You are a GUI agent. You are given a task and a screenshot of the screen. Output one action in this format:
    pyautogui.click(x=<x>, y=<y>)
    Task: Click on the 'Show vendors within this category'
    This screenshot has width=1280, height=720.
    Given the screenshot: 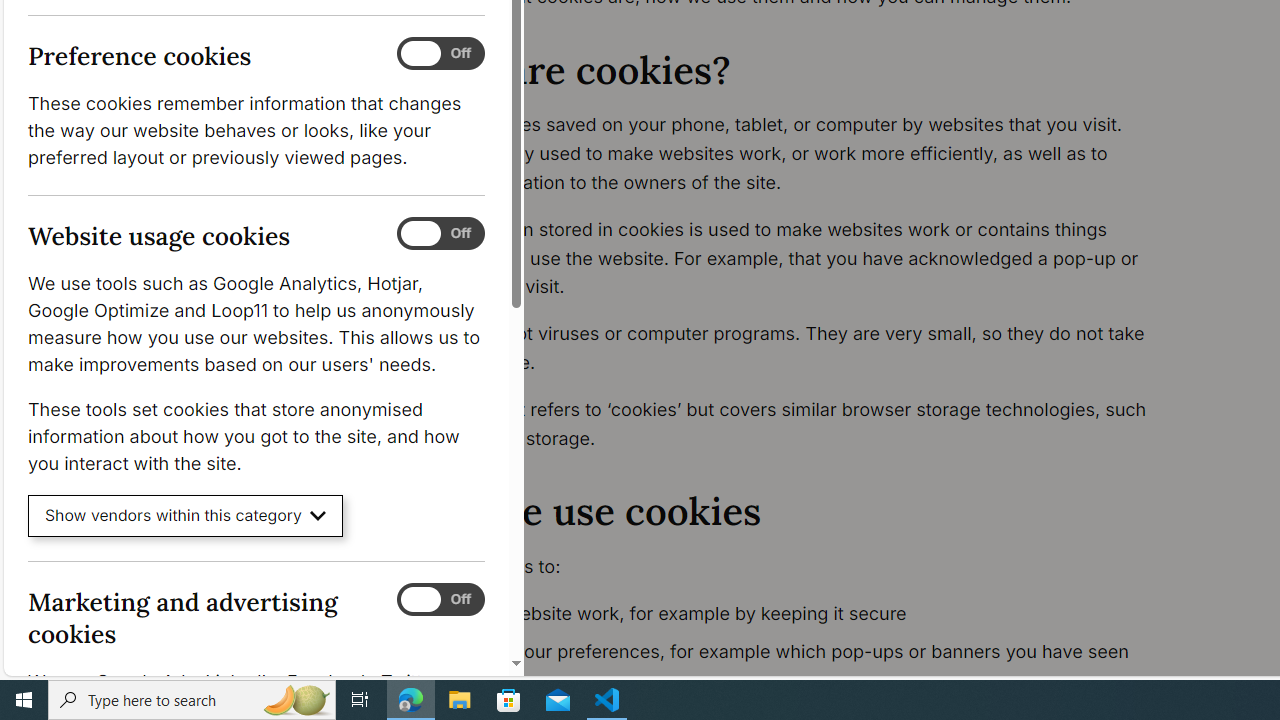 What is the action you would take?
    pyautogui.click(x=185, y=515)
    